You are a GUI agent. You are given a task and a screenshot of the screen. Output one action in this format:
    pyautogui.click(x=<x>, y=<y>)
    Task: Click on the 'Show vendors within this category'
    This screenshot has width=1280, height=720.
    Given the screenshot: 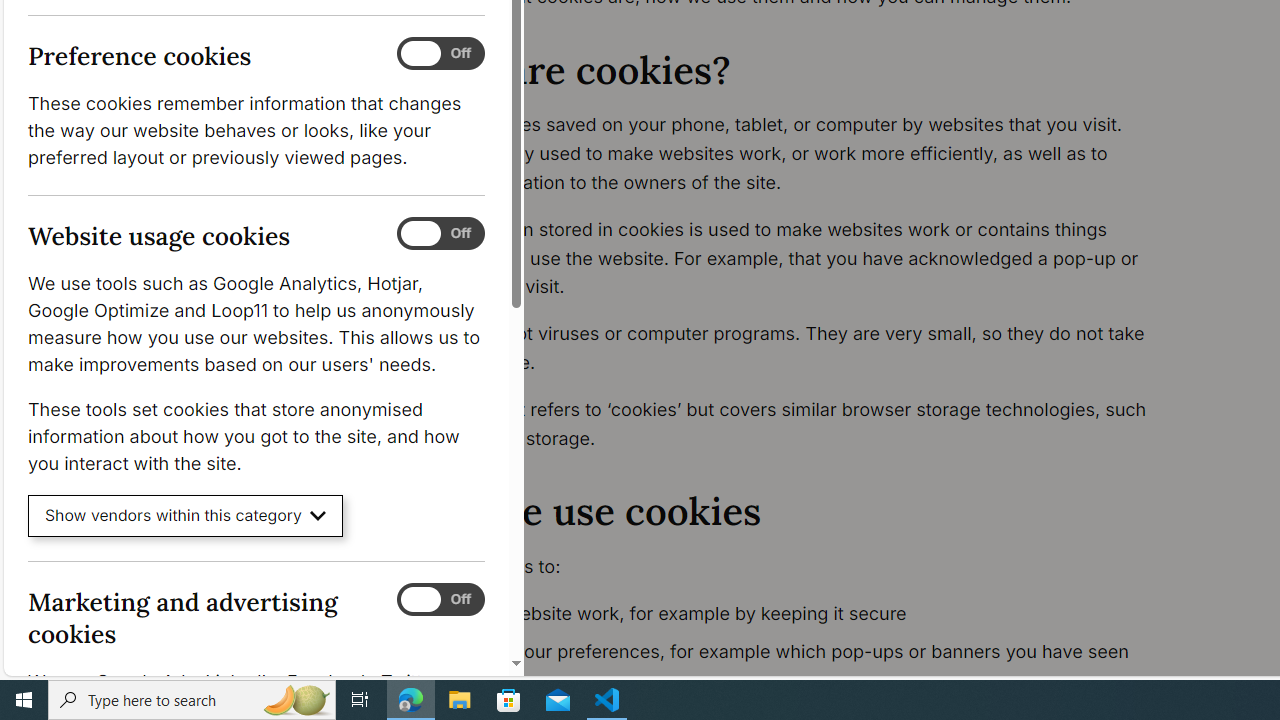 What is the action you would take?
    pyautogui.click(x=185, y=515)
    